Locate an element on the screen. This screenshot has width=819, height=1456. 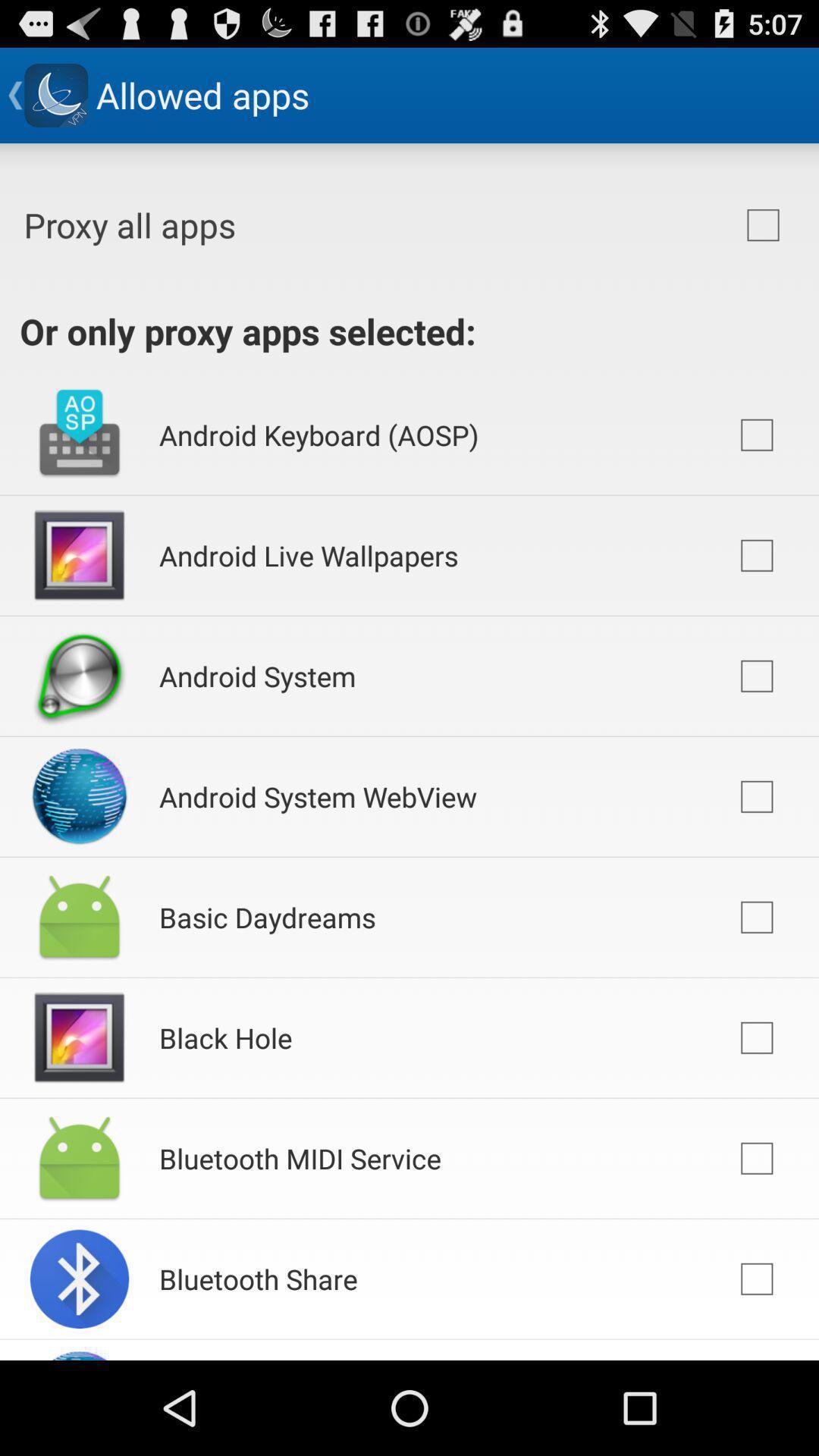
bluetooth midi service icon is located at coordinates (300, 1157).